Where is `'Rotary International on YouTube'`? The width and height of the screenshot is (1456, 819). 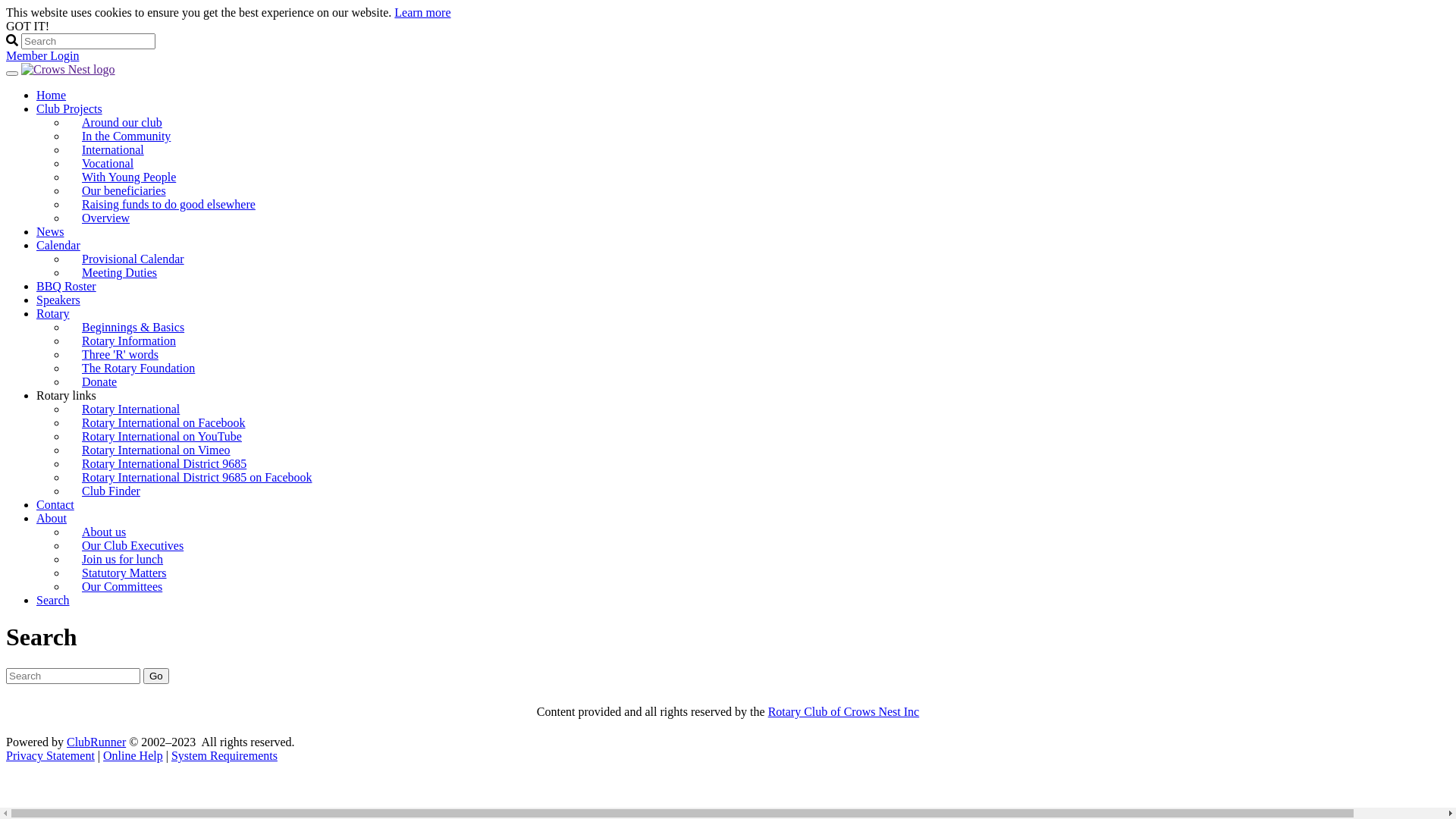 'Rotary International on YouTube' is located at coordinates (162, 436).